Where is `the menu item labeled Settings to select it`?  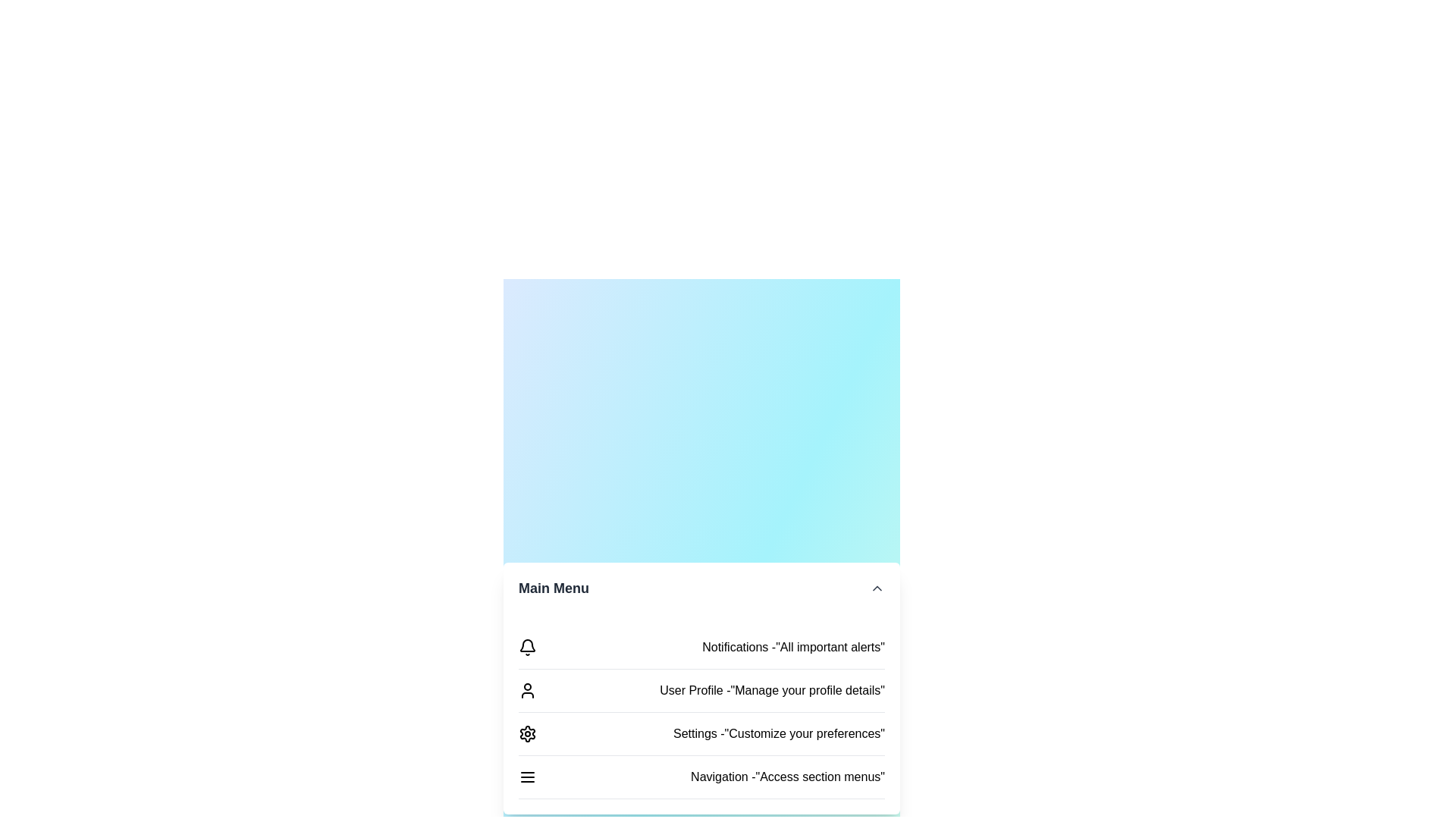 the menu item labeled Settings to select it is located at coordinates (528, 733).